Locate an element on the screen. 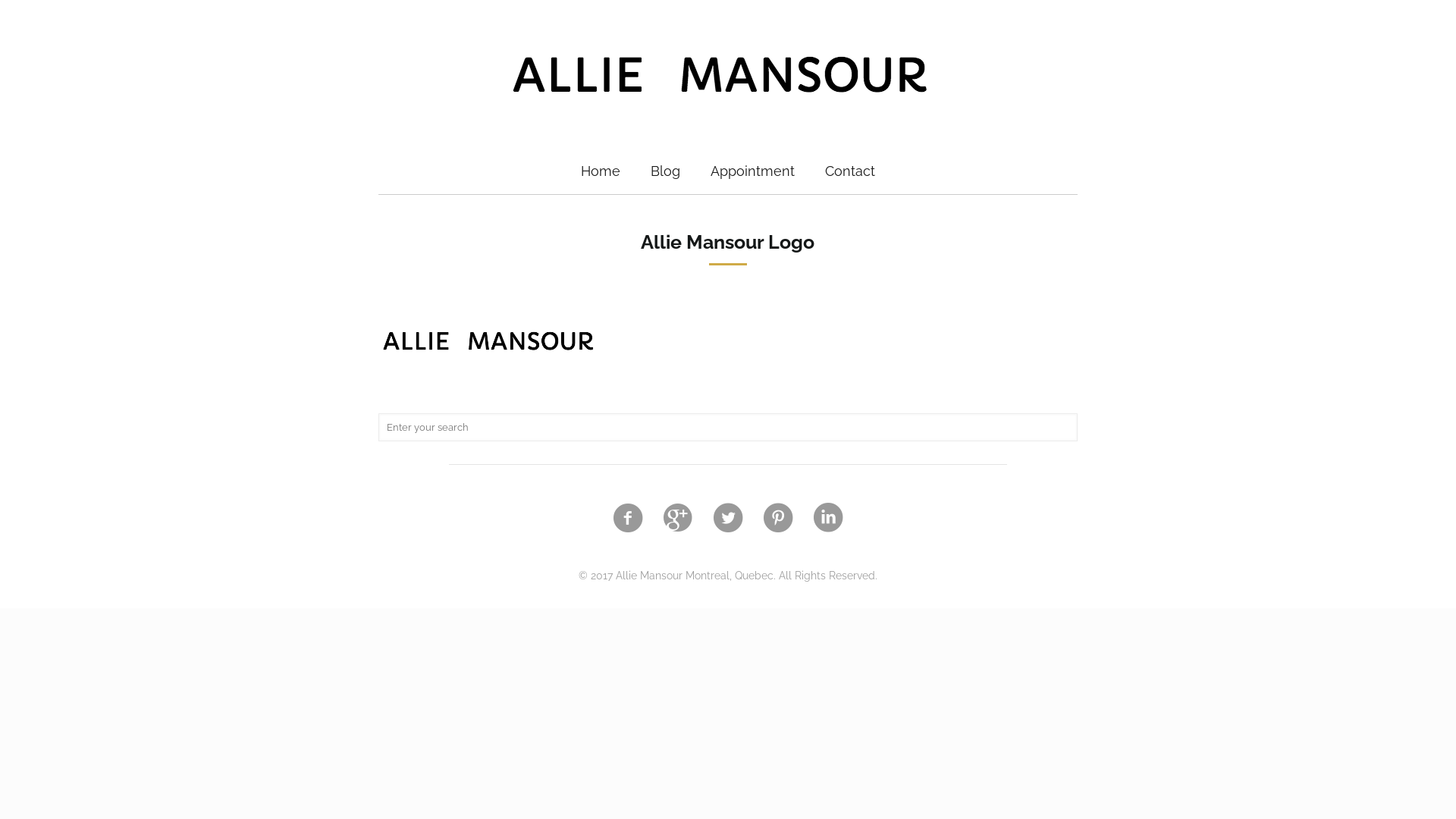  'Blog' is located at coordinates (665, 171).